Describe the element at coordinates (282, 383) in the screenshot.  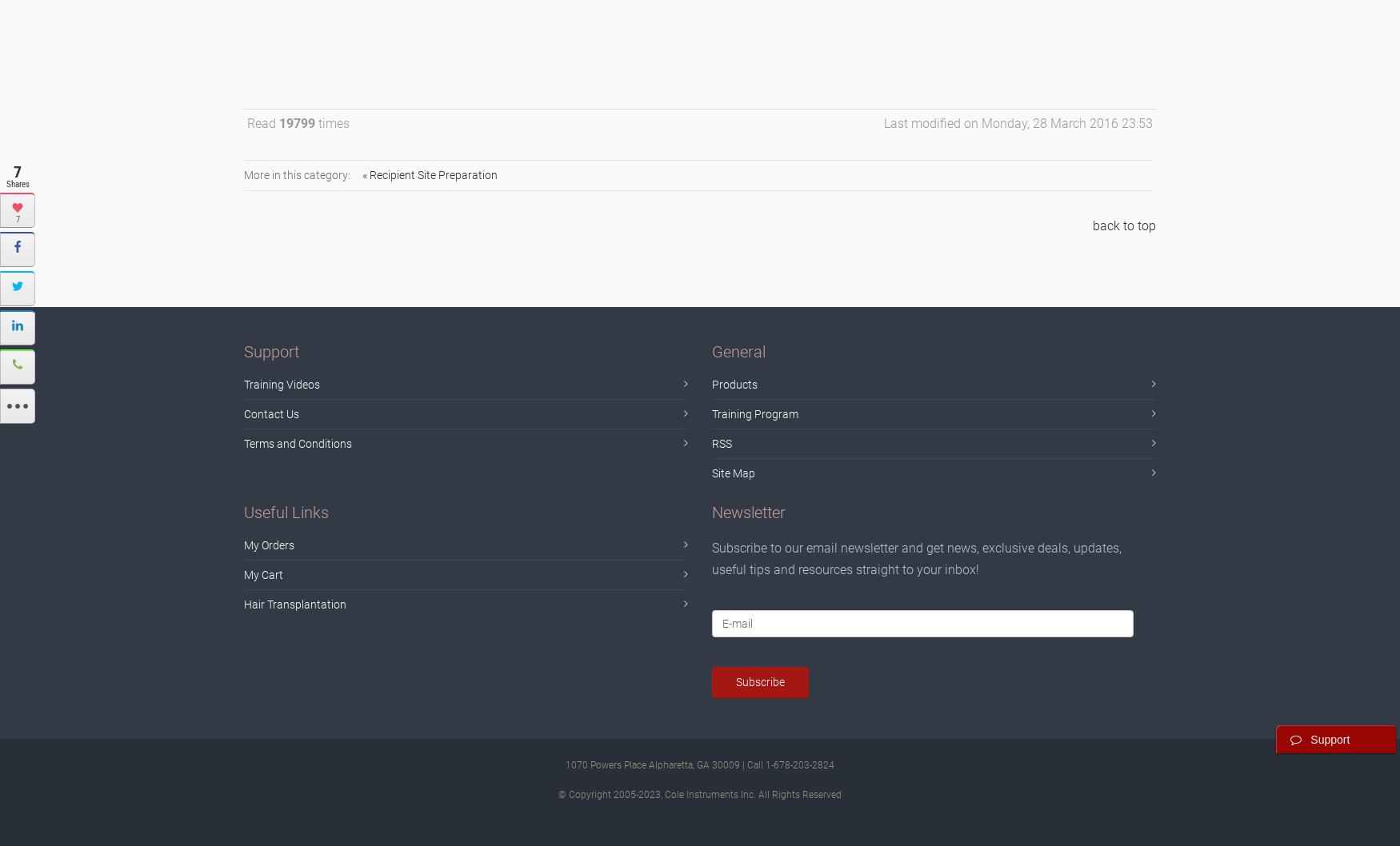
I see `'Training Videos'` at that location.